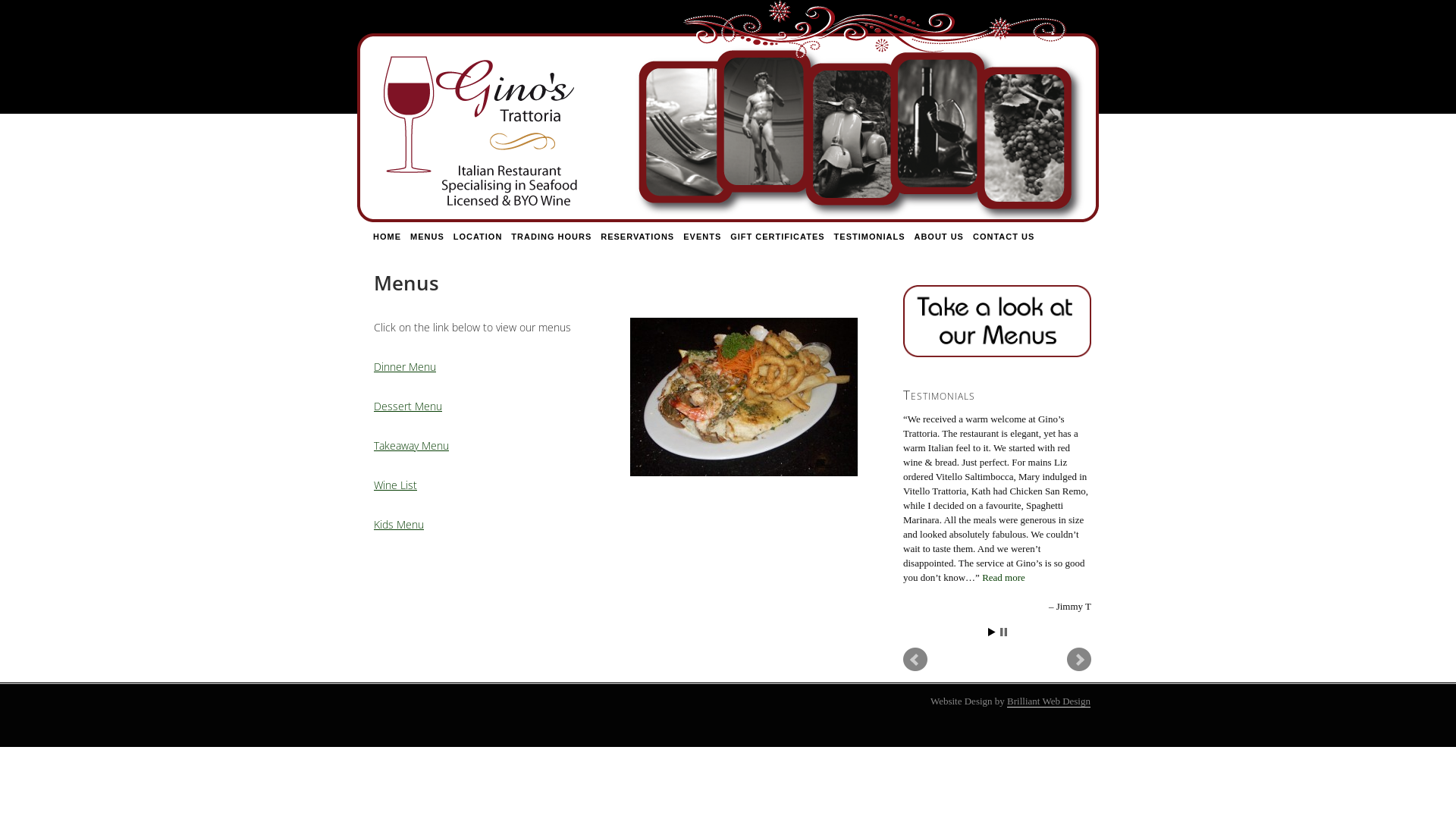 The width and height of the screenshot is (1456, 819). What do you see at coordinates (387, 237) in the screenshot?
I see `'HOME'` at bounding box center [387, 237].